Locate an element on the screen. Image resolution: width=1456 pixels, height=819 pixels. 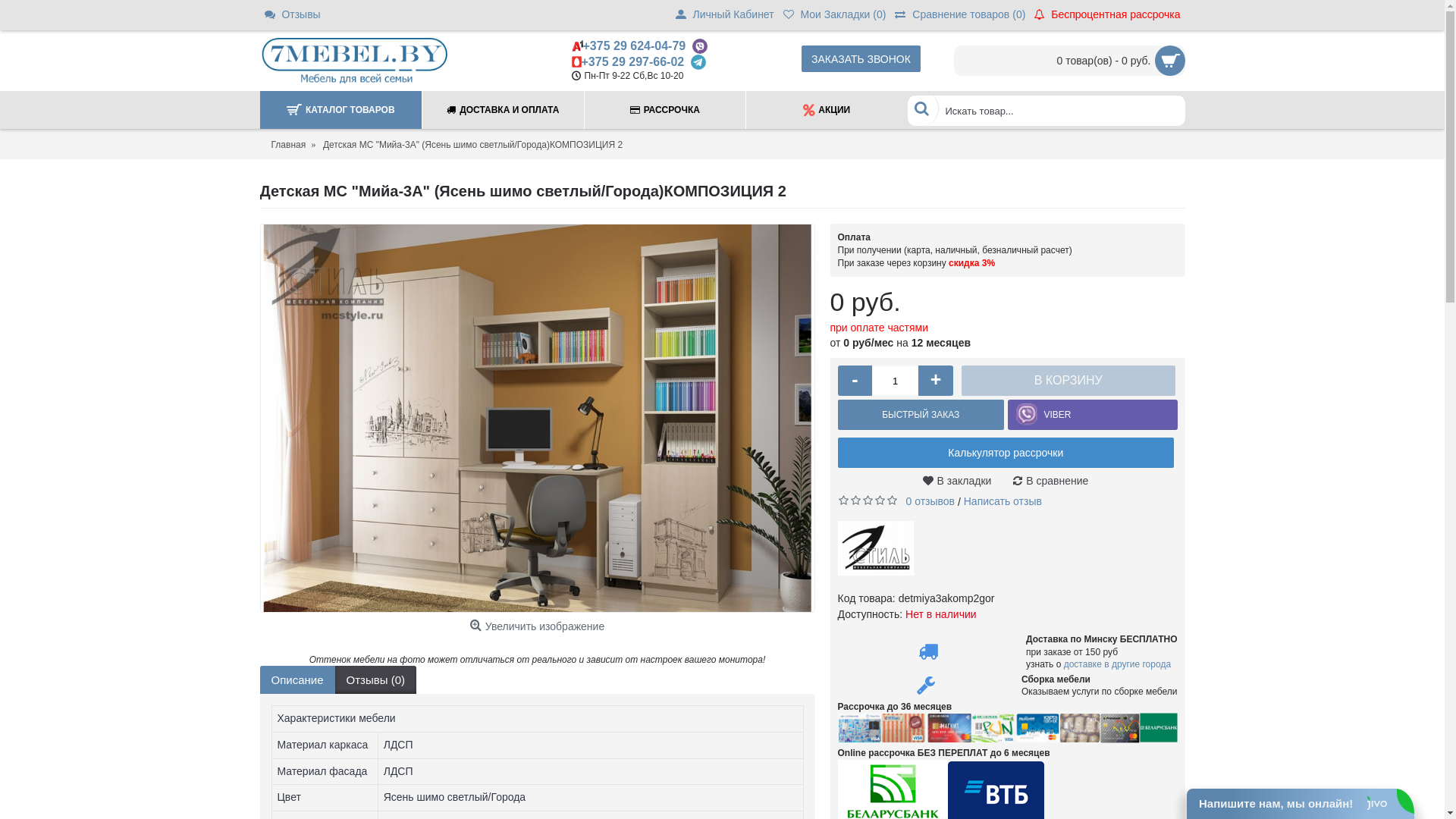
'+375 29 297-66-02' is located at coordinates (632, 61).